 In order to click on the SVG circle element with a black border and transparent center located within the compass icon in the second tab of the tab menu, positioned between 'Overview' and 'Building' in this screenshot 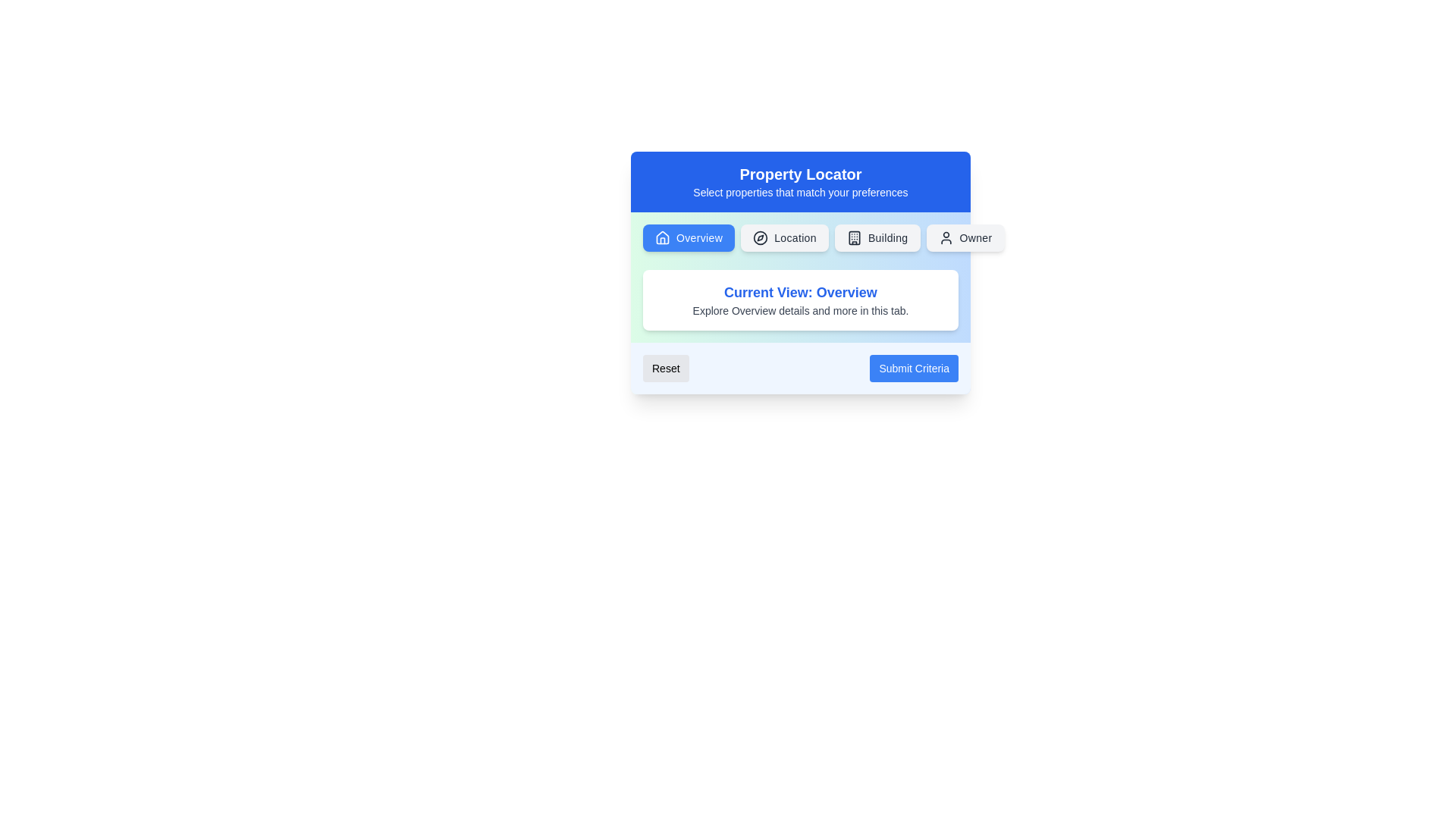, I will do `click(761, 237)`.